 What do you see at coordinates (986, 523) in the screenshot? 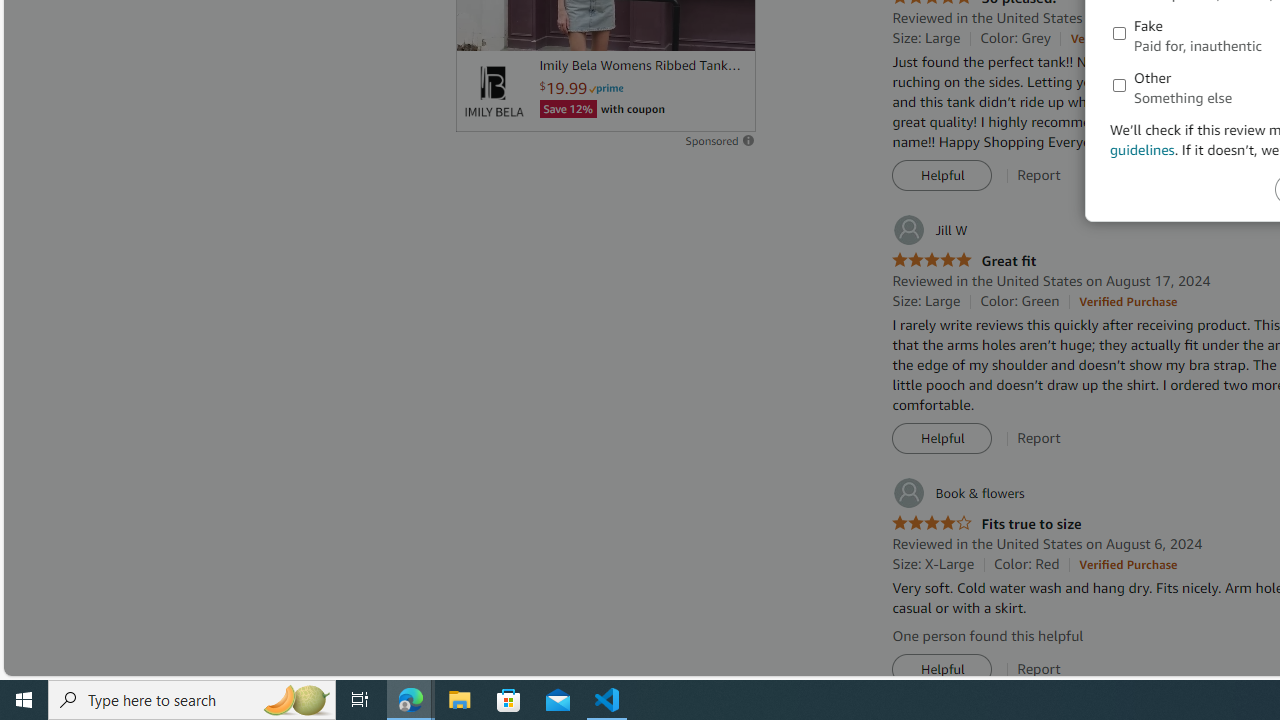
I see `'4.0 out of 5 stars Fits true to size'` at bounding box center [986, 523].